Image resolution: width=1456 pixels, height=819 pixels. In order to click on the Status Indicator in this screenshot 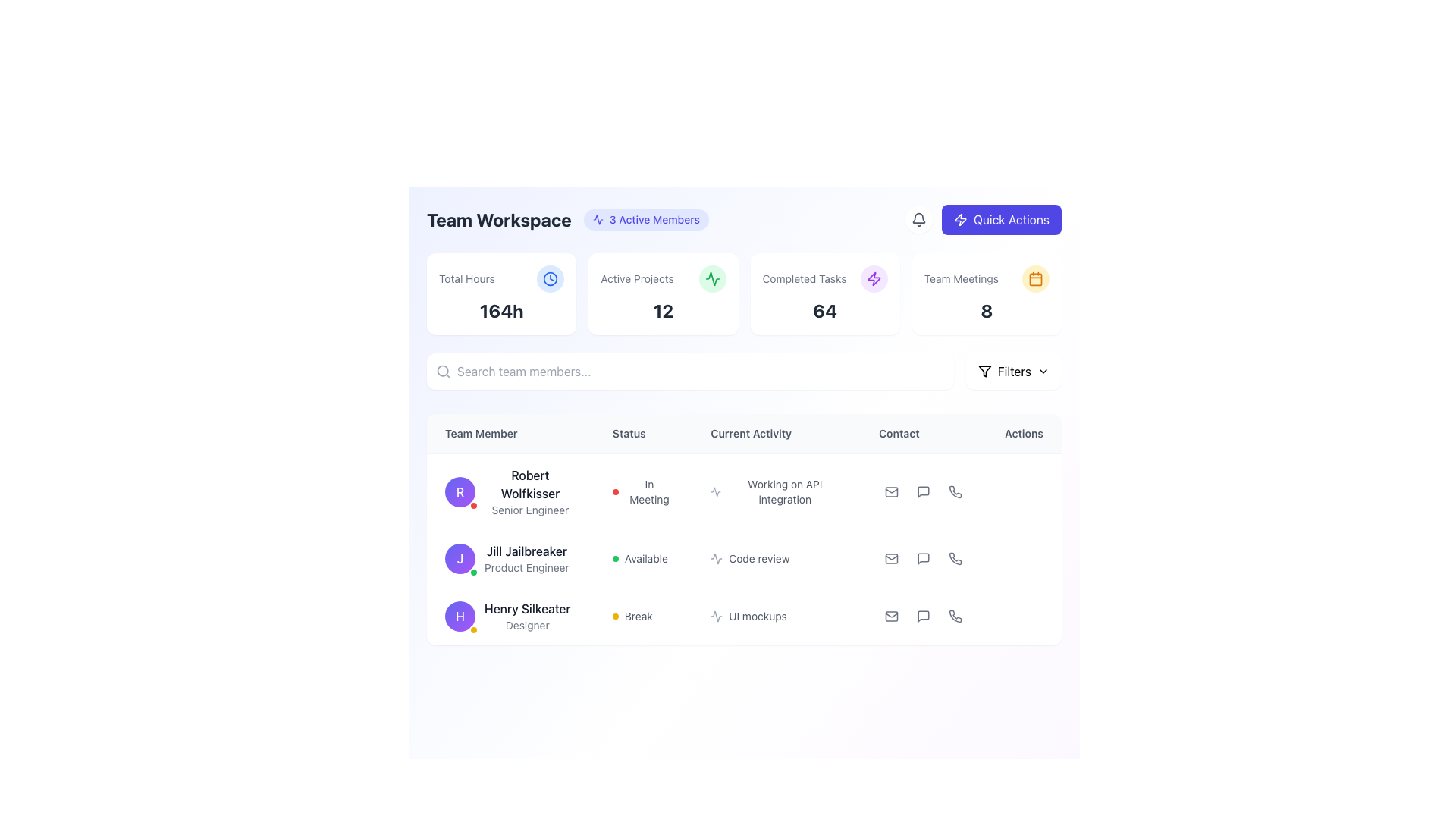, I will do `click(643, 491)`.